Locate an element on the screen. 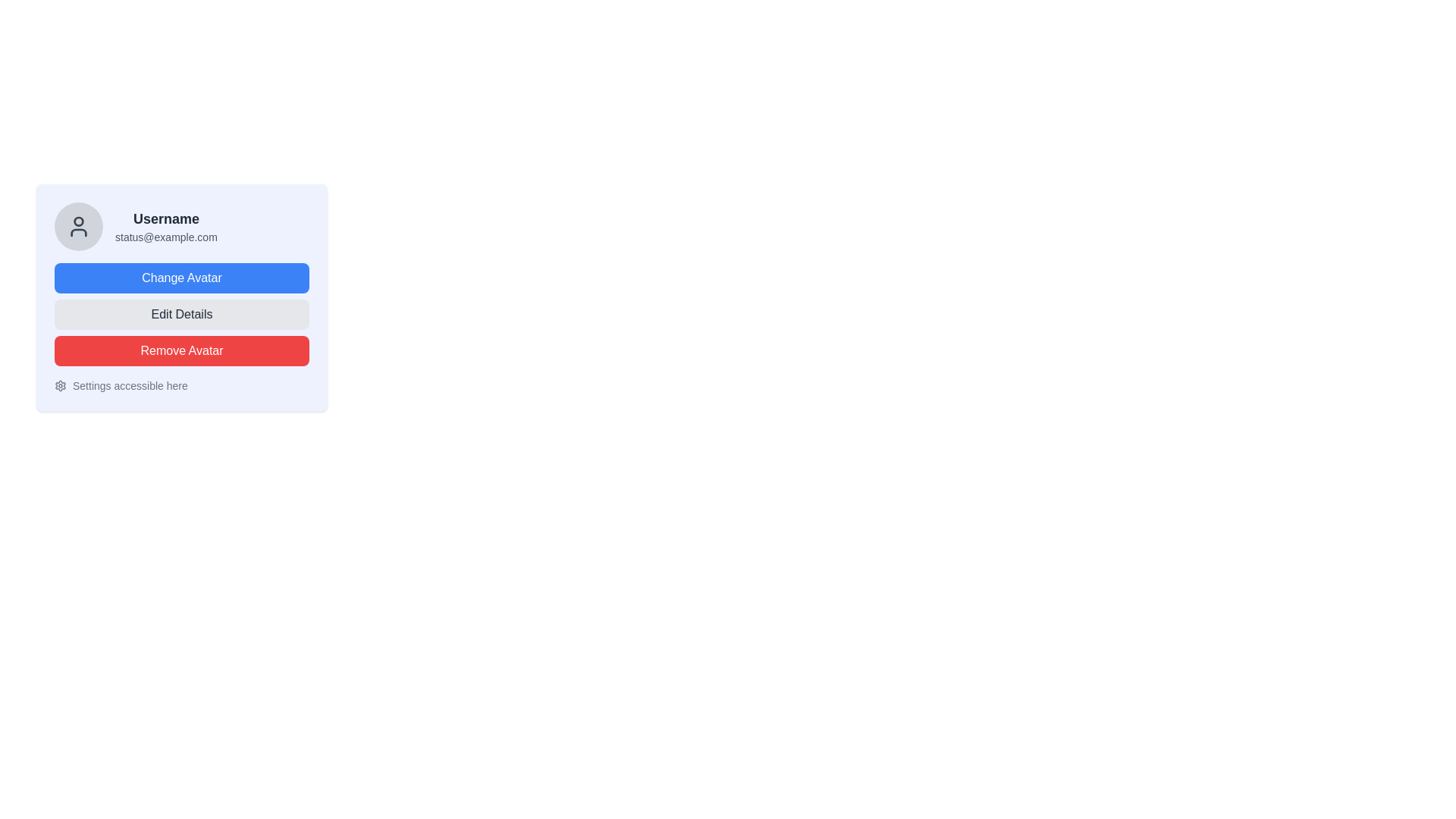 The image size is (1456, 819). the red rectangular button labeled 'Remove Avatar' located at the bottom of the user profile section is located at coordinates (182, 350).